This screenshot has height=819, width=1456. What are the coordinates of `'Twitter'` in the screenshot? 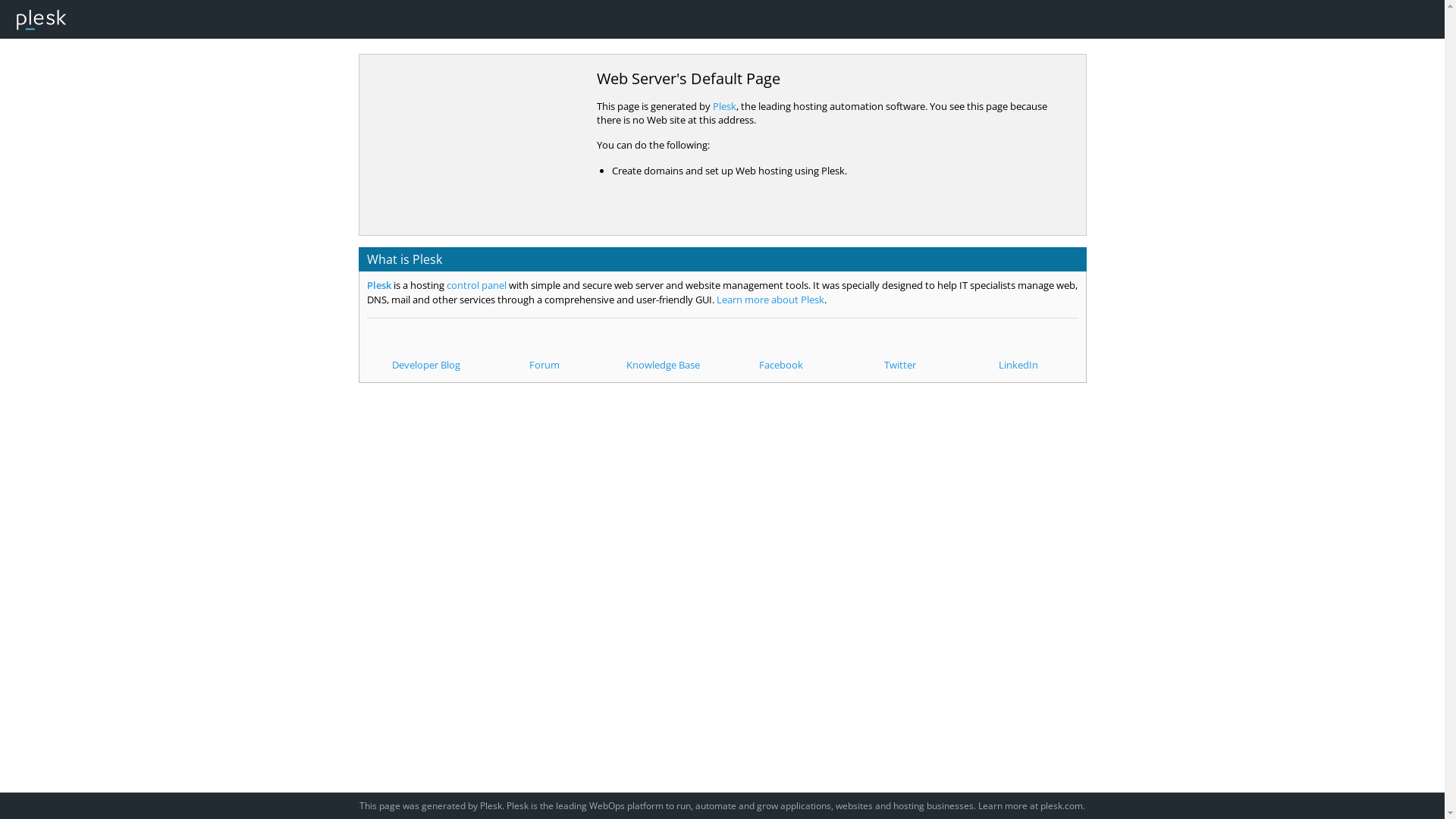 It's located at (899, 350).